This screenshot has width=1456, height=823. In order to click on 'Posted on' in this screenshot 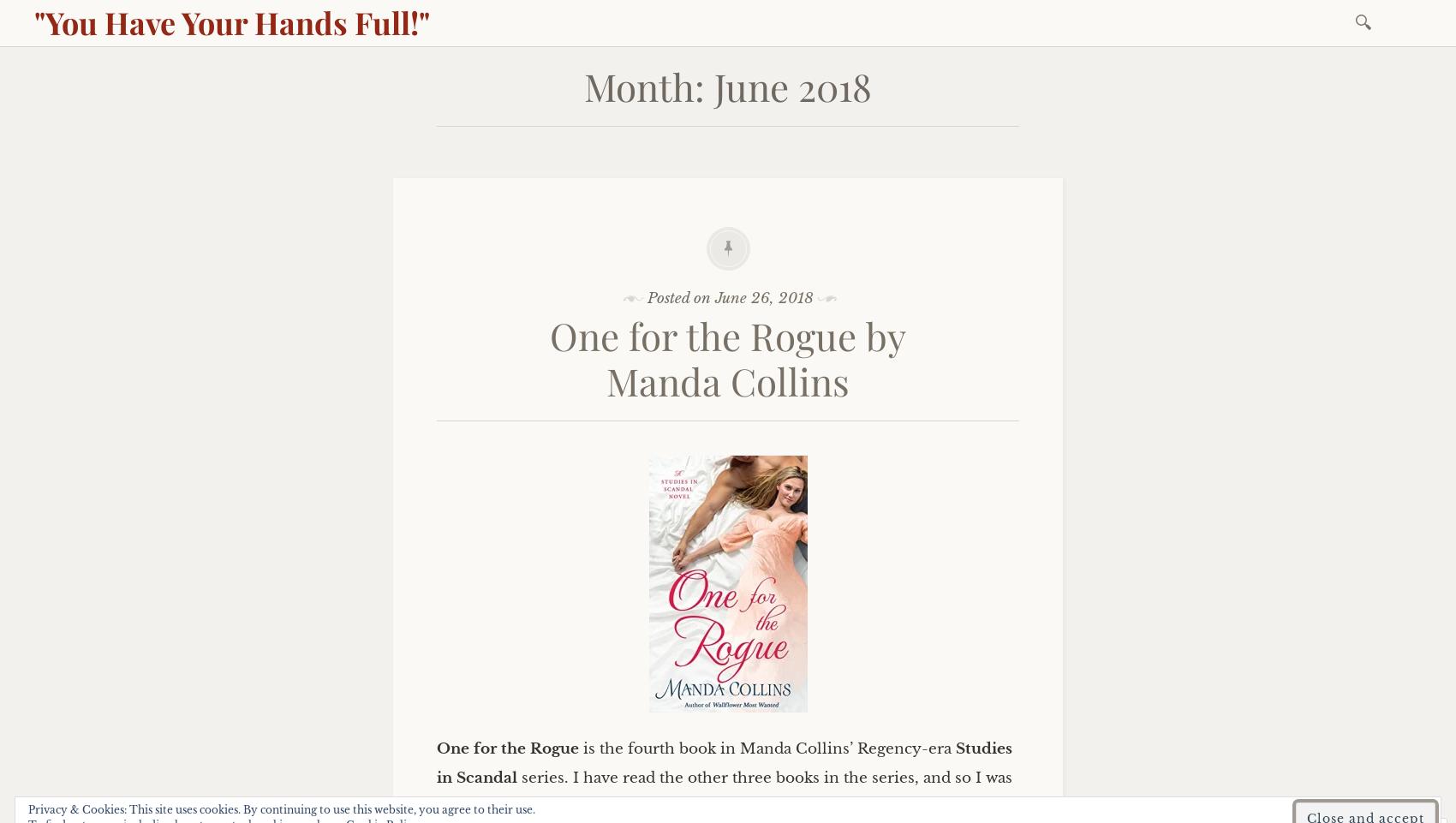, I will do `click(680, 297)`.